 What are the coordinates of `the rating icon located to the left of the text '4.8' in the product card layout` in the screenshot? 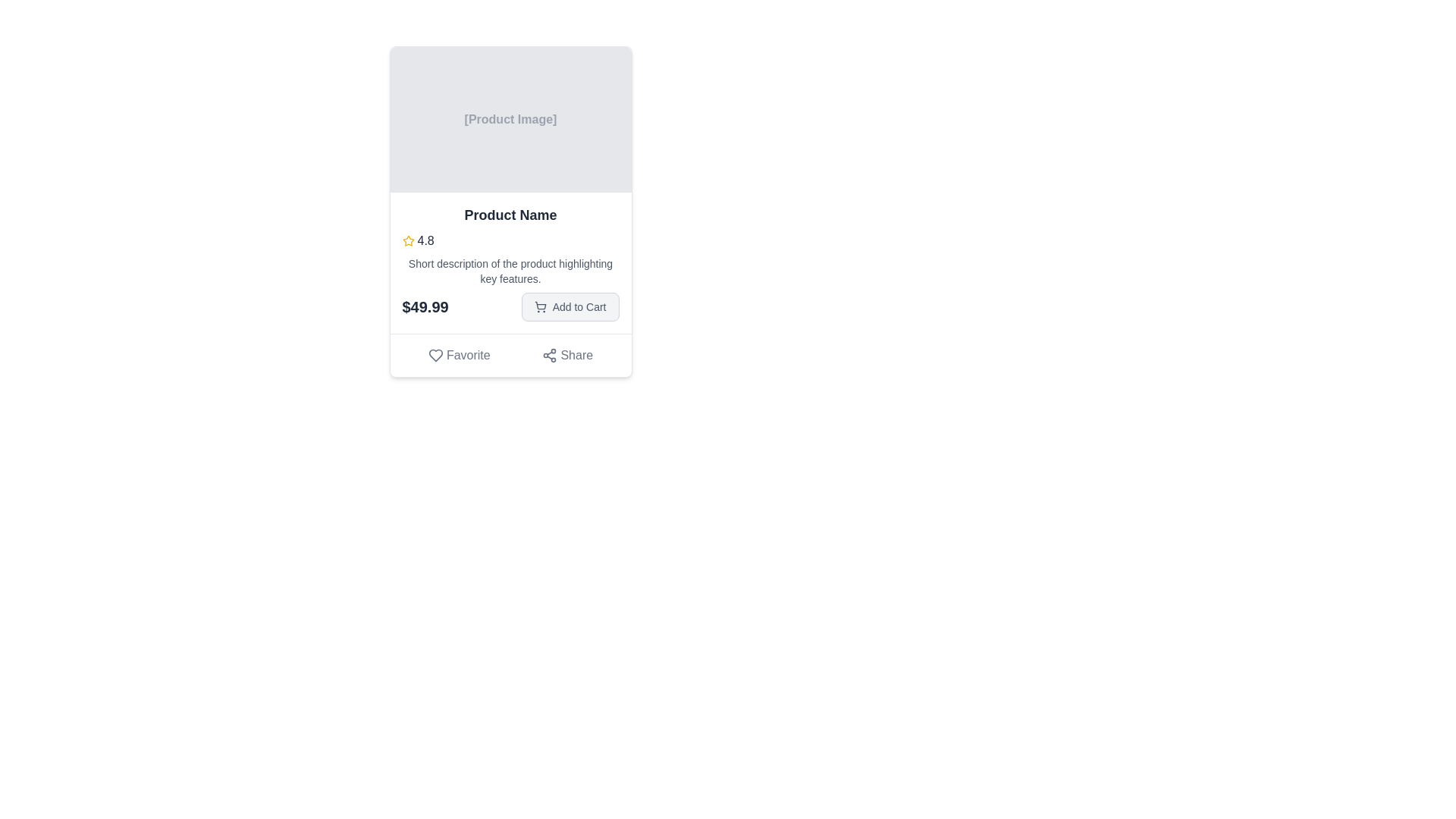 It's located at (408, 240).